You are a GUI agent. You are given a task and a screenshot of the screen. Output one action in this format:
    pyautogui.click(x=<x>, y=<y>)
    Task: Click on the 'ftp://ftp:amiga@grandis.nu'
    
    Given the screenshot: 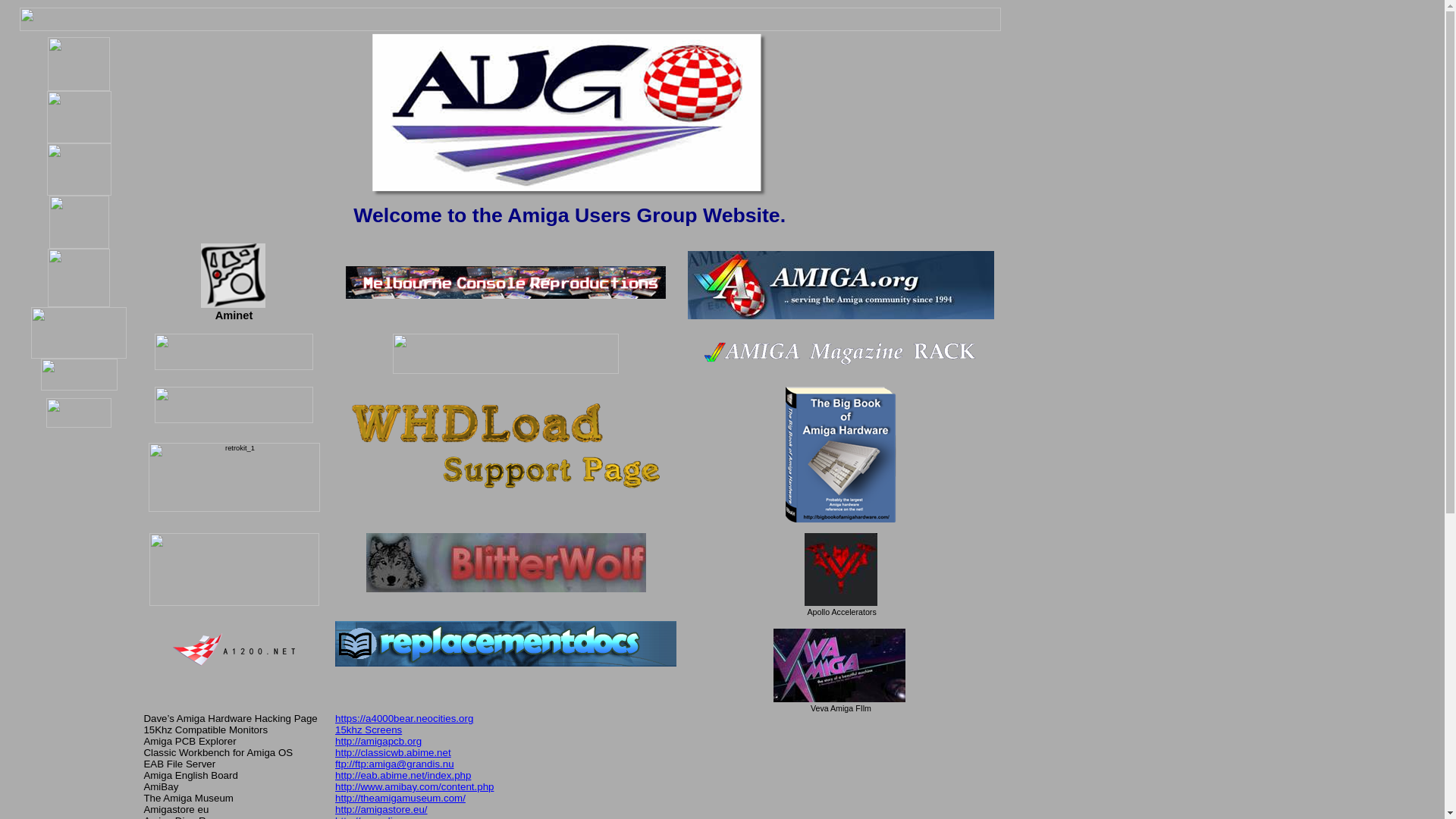 What is the action you would take?
    pyautogui.click(x=394, y=764)
    